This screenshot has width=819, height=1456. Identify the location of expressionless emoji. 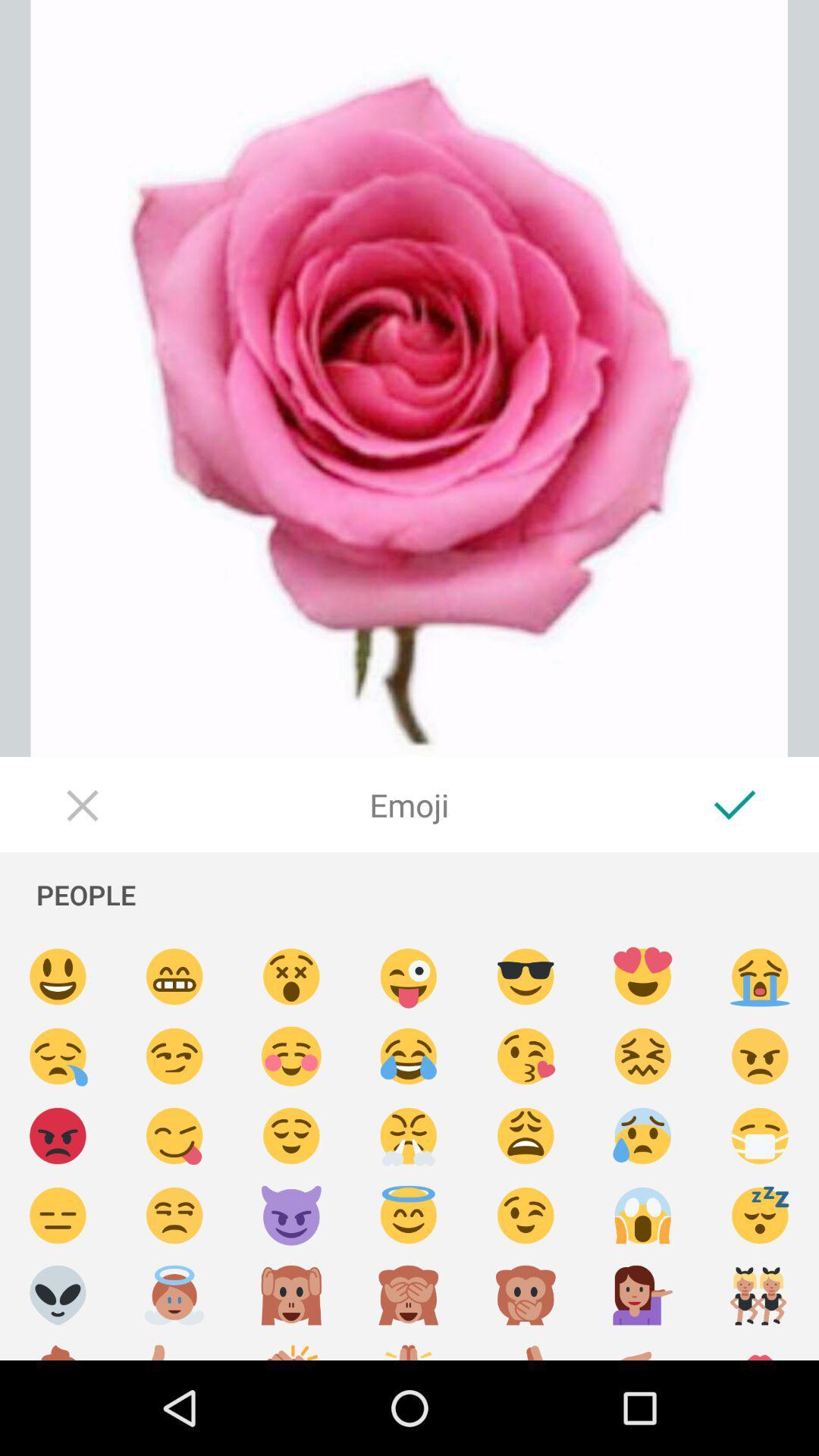
(57, 1216).